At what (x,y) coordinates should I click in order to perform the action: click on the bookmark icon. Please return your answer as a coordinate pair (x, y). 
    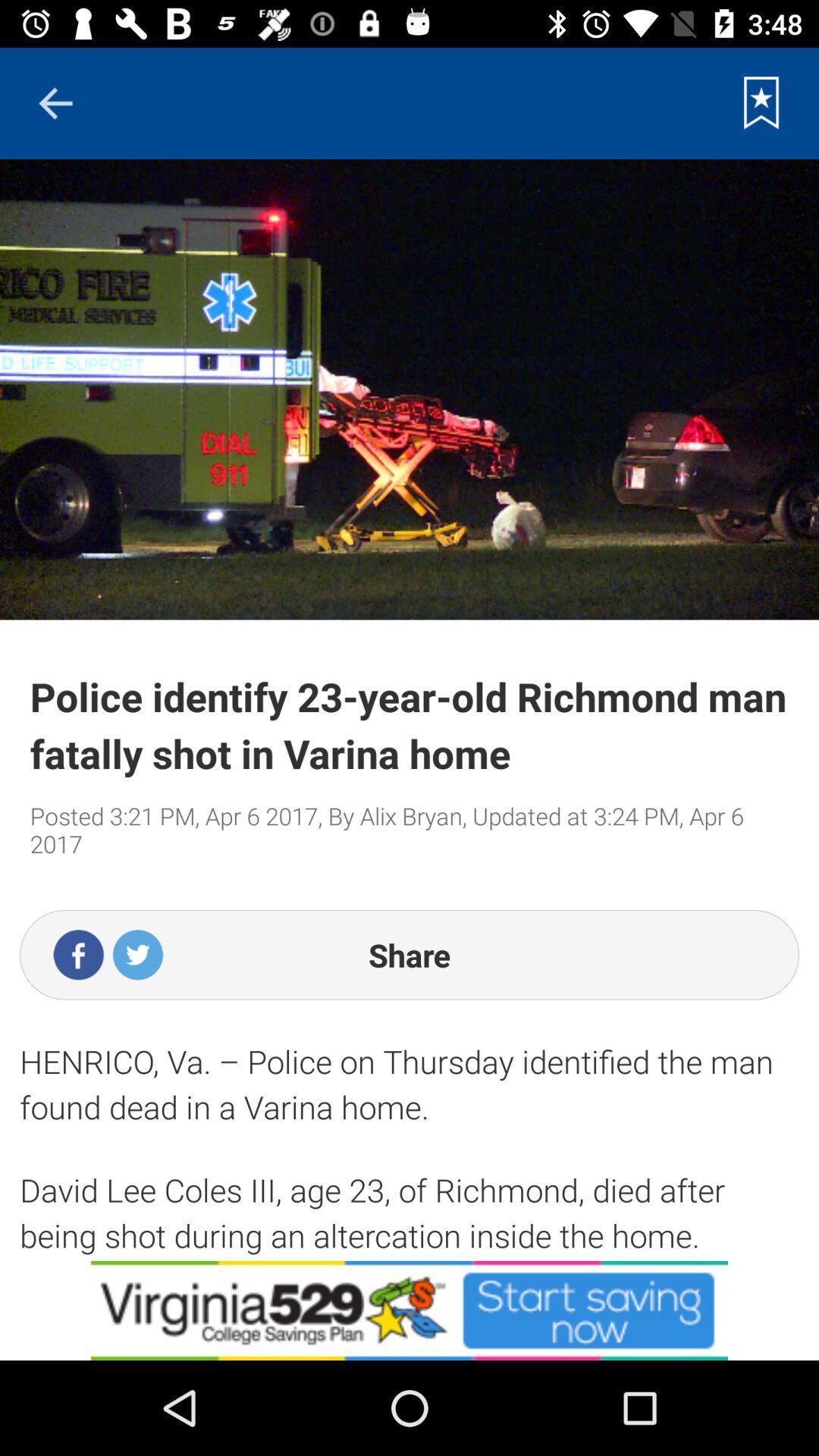
    Looking at the image, I should click on (761, 102).